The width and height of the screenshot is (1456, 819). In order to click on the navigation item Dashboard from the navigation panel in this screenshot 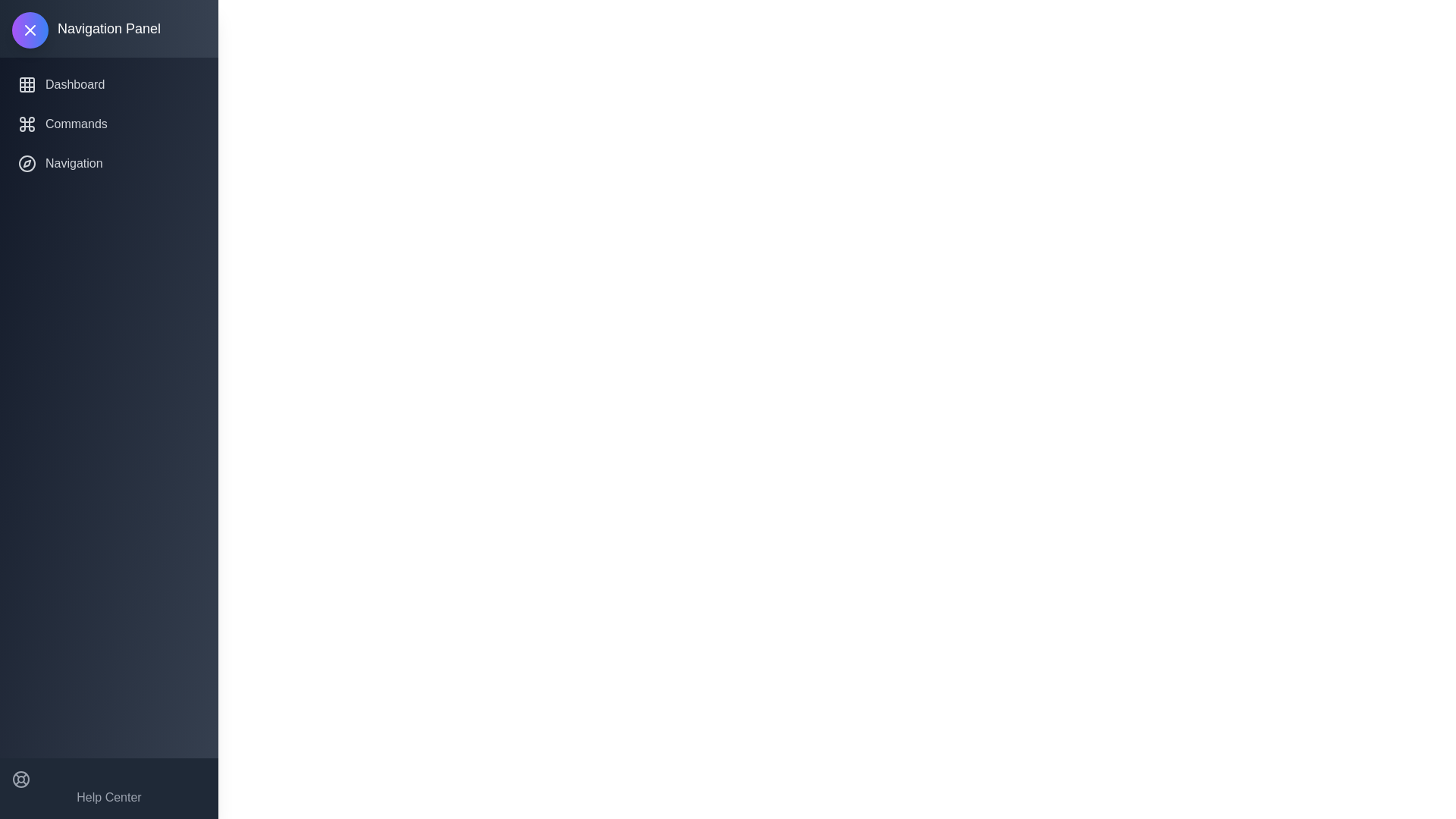, I will do `click(108, 84)`.